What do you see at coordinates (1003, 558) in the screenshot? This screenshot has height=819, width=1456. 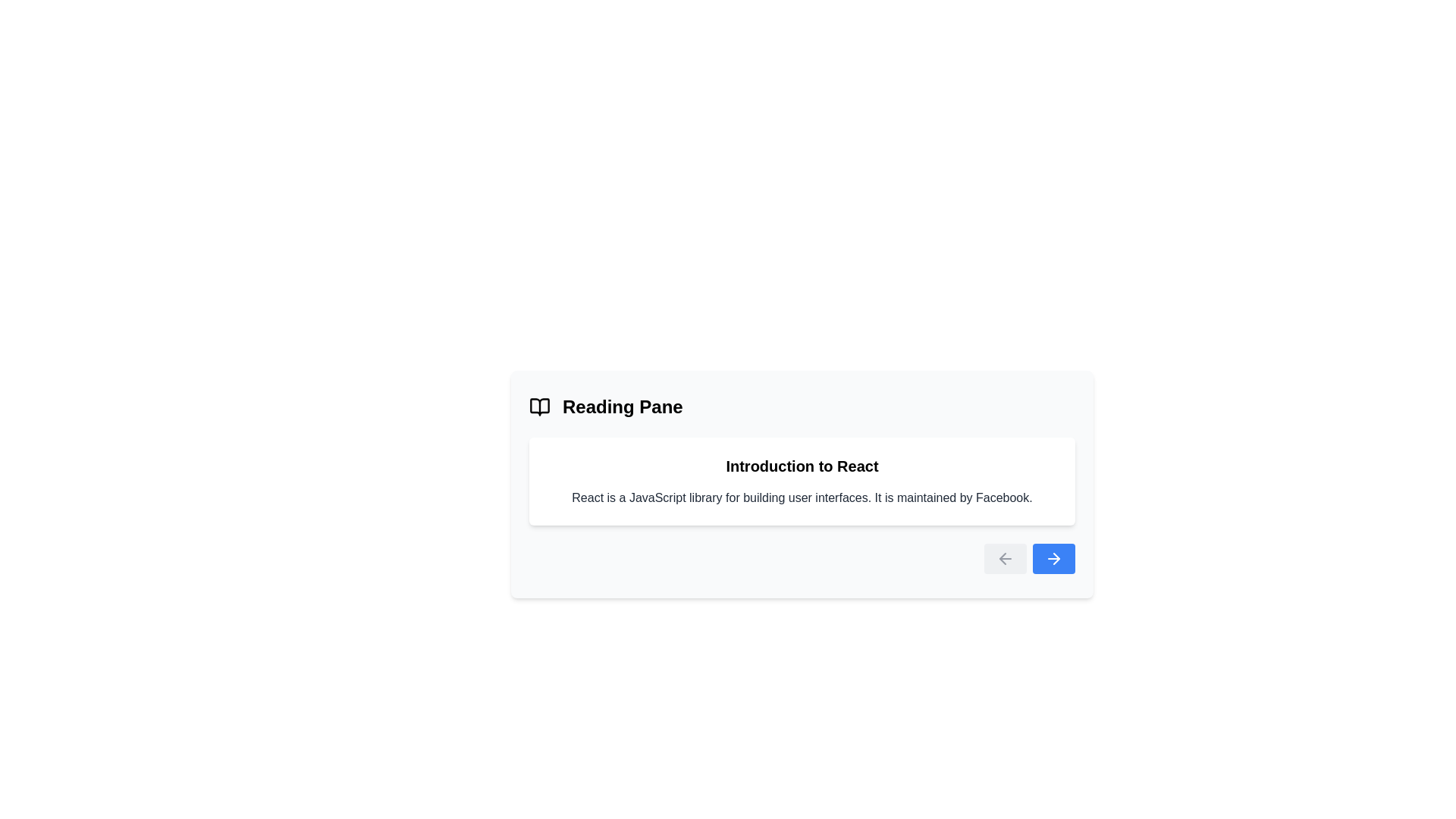 I see `the left-pointing portion of the arrow icon graphic, which is part of a rectangular button located at the bottom right corner of the card interface` at bounding box center [1003, 558].